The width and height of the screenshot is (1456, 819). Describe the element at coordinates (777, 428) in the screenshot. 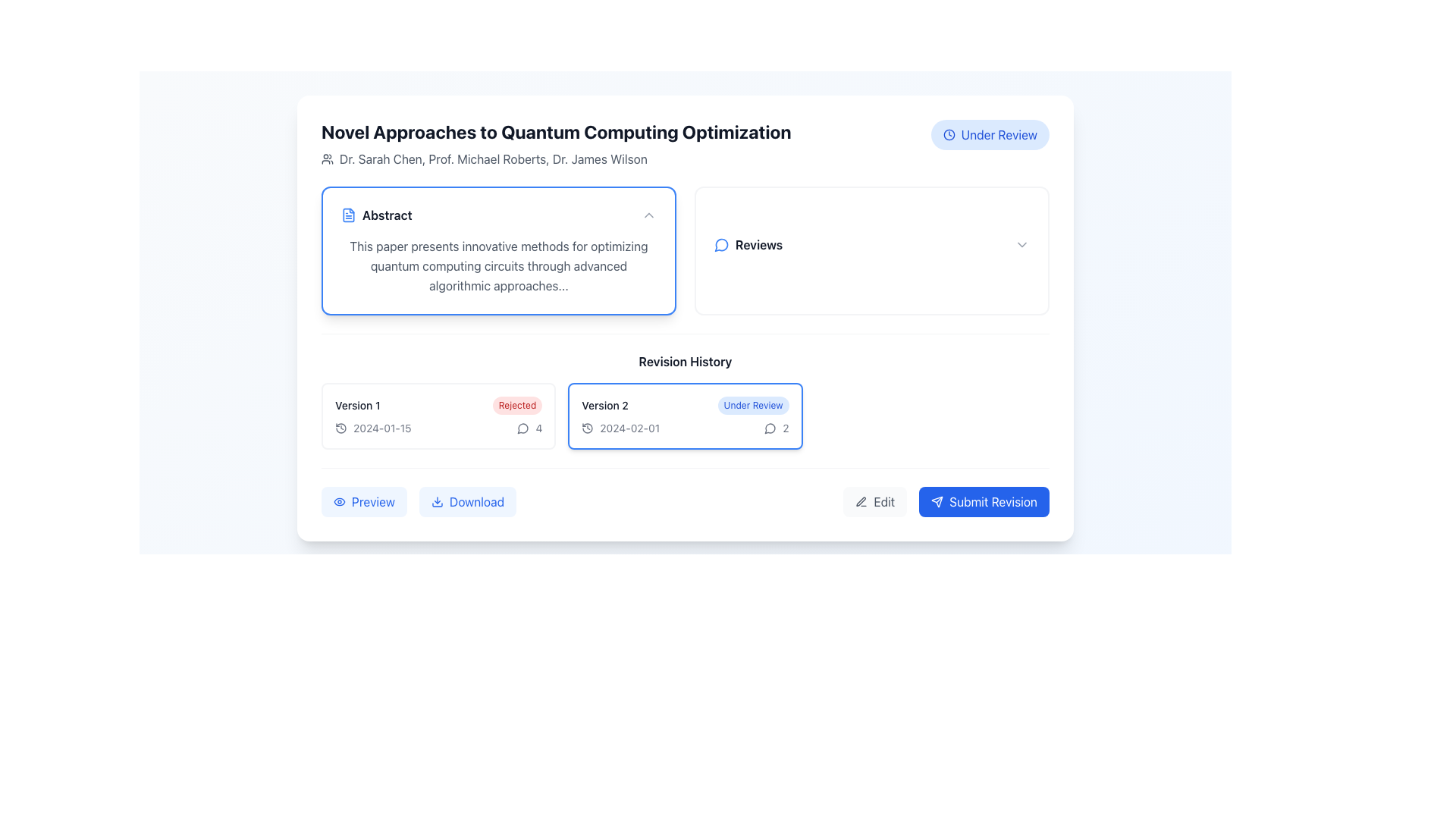

I see `the textual indicator displaying the number '2' next to a speech bubble icon at the bottom right corner of the 'Version 2' card in the 'Revision History' section` at that location.